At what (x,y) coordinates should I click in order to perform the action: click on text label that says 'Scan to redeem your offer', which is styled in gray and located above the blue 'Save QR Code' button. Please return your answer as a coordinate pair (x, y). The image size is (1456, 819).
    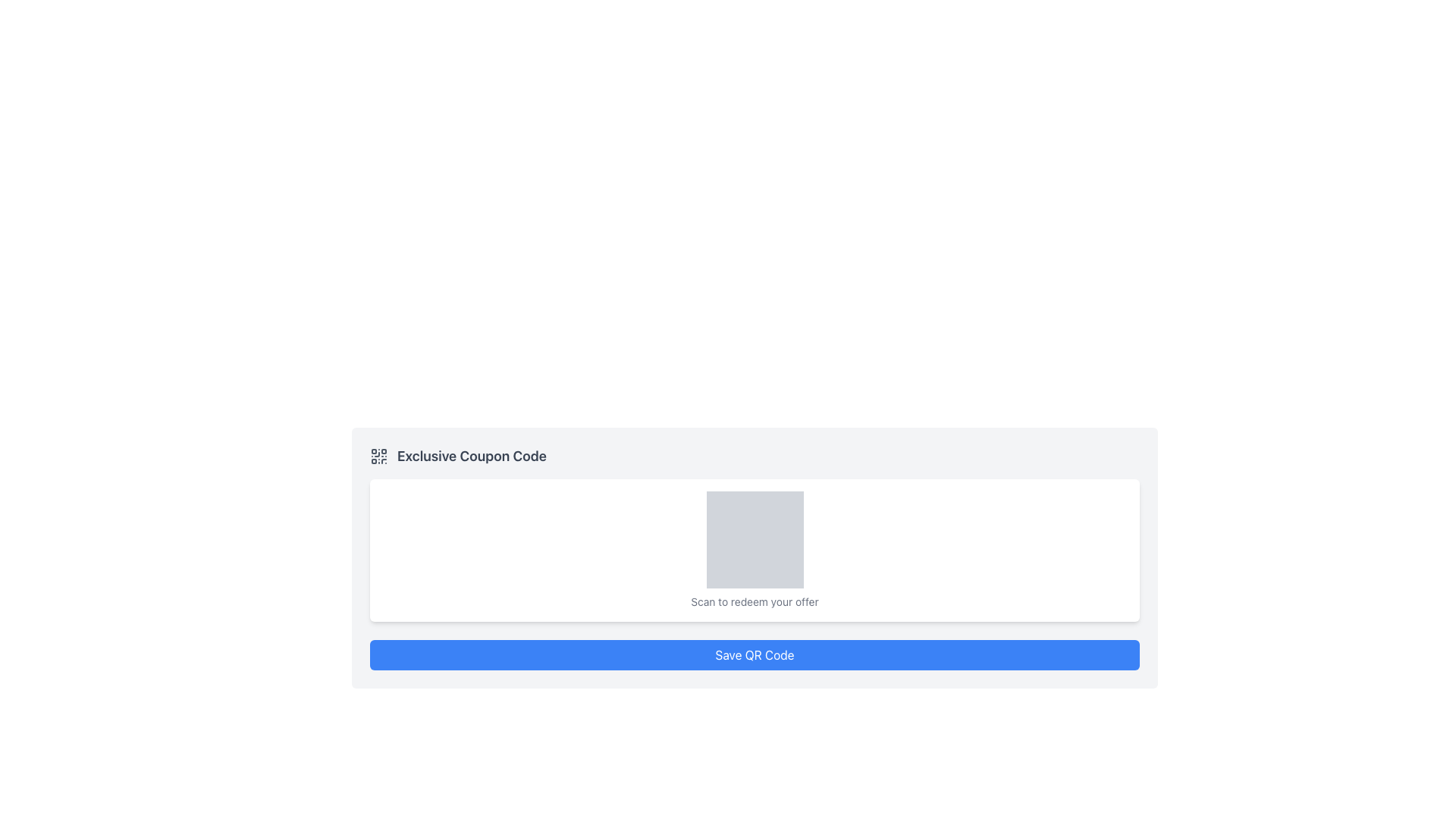
    Looking at the image, I should click on (755, 601).